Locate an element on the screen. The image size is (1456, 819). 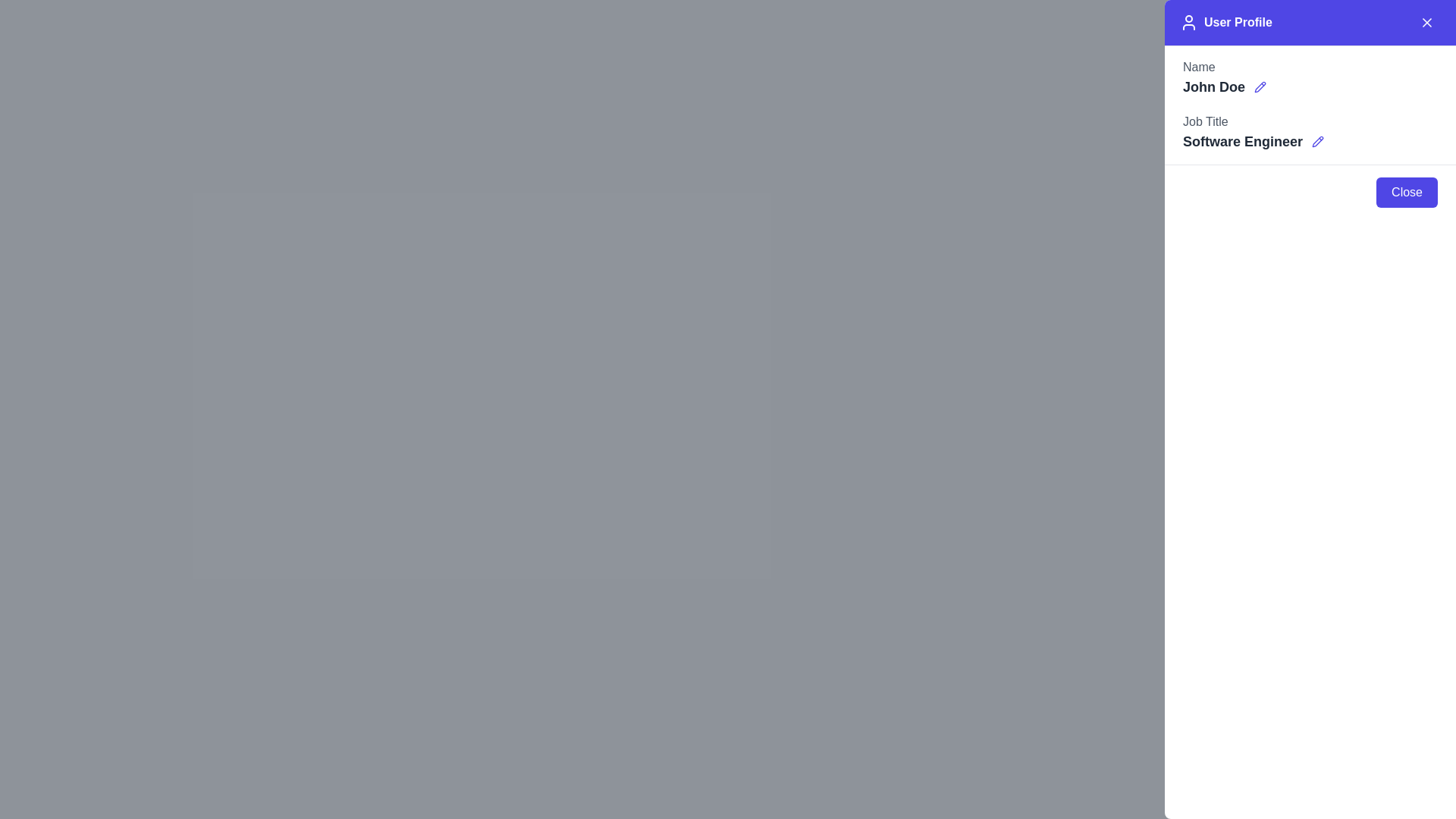
the 'User Profile' text label, which is a bold text element positioned within the purple header section, located near the top-right corner of the interface, next to the user icon and close button is located at coordinates (1238, 23).